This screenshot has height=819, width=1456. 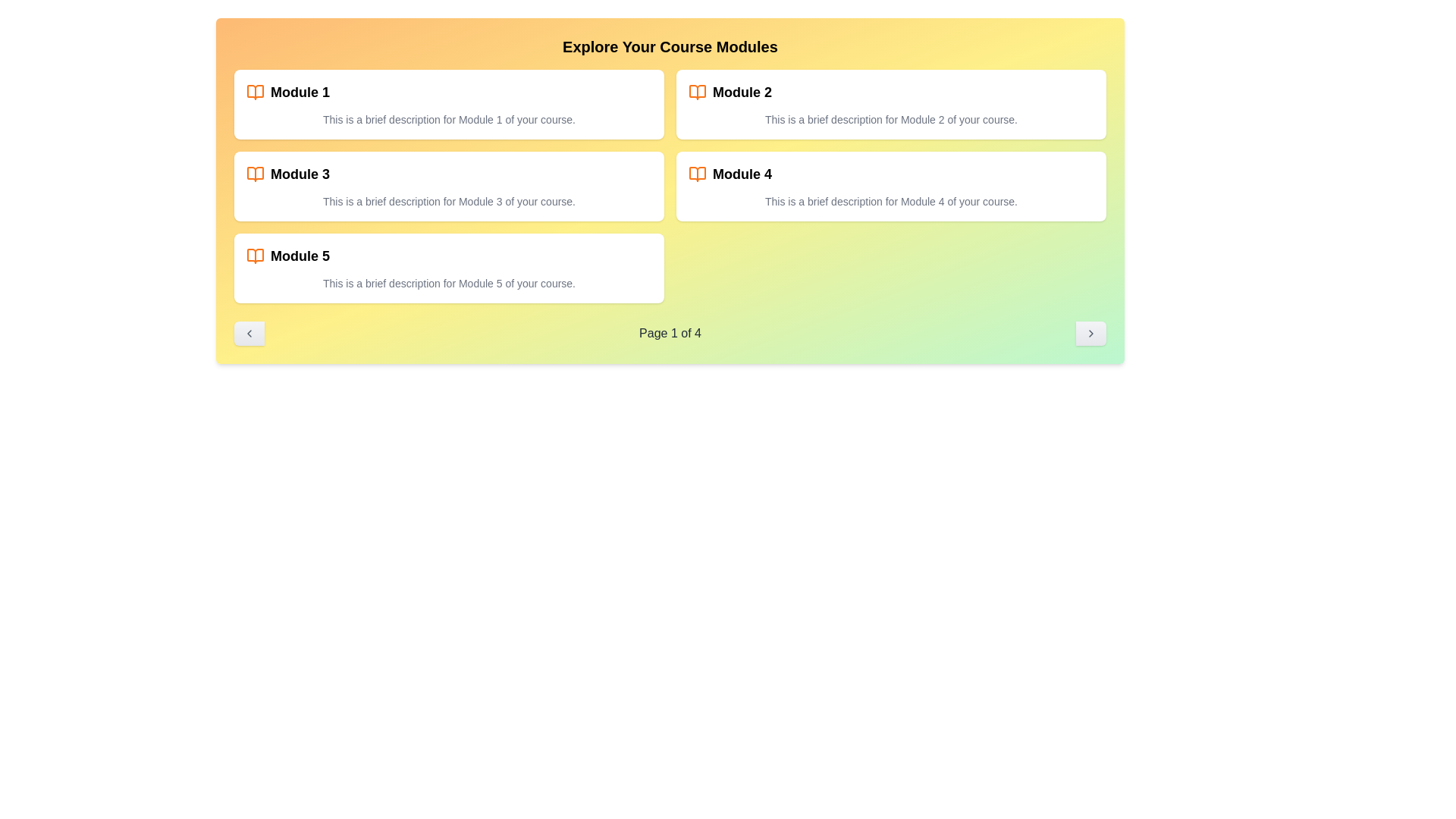 What do you see at coordinates (697, 174) in the screenshot?
I see `the educational icon located in the top right section of the fourth module card` at bounding box center [697, 174].